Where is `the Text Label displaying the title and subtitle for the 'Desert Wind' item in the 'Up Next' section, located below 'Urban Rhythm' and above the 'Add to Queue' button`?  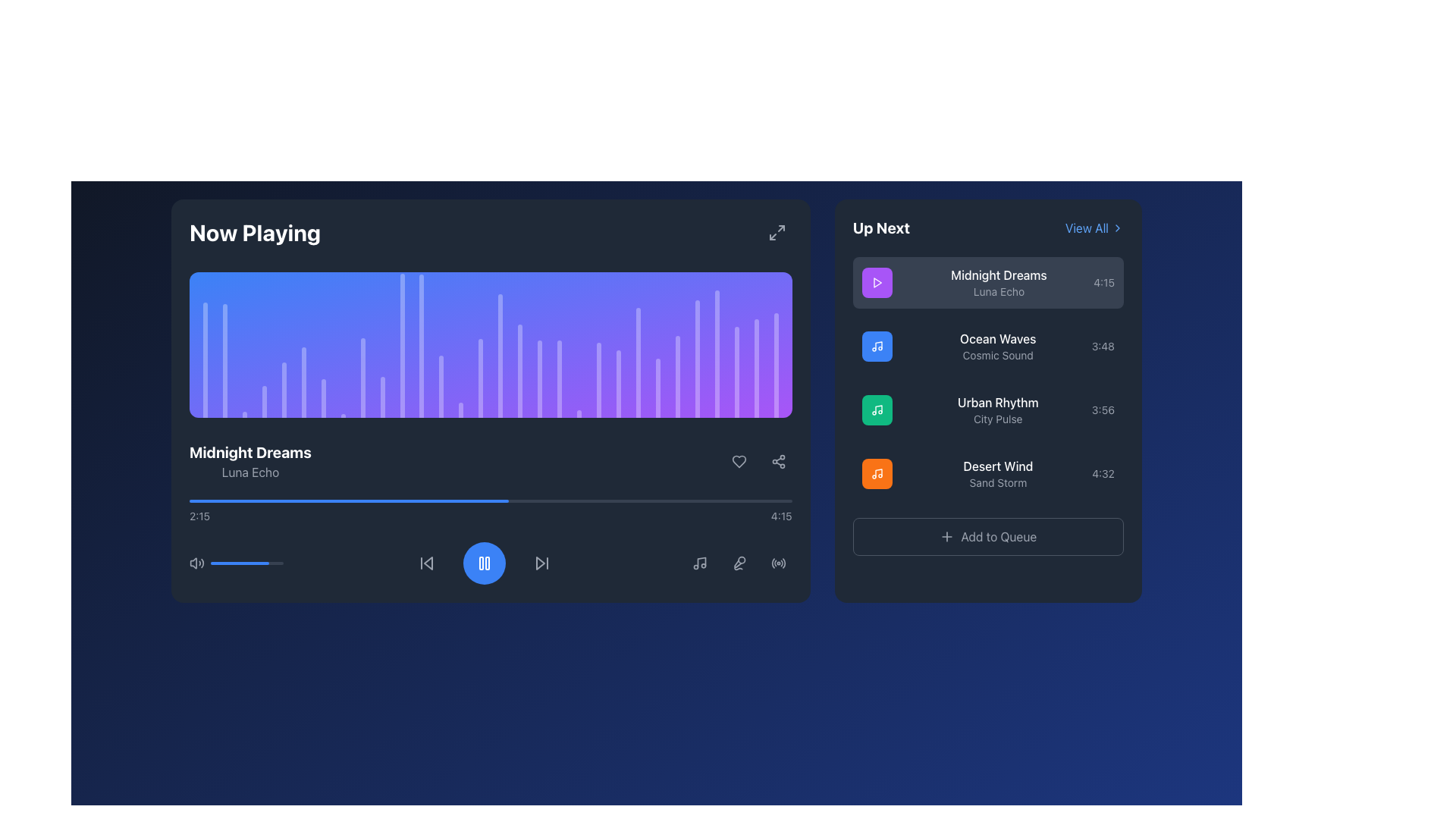
the Text Label displaying the title and subtitle for the 'Desert Wind' item in the 'Up Next' section, located below 'Urban Rhythm' and above the 'Add to Queue' button is located at coordinates (998, 472).